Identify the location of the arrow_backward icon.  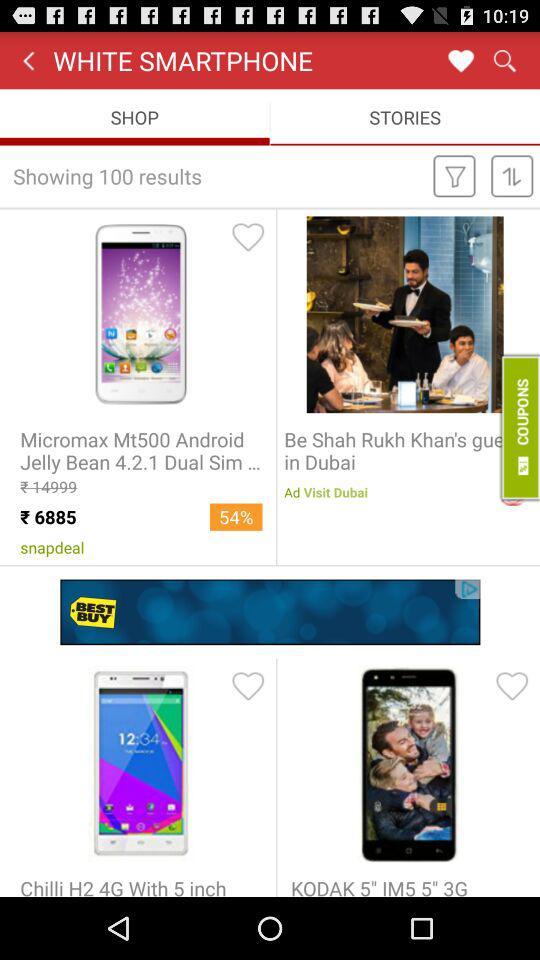
(27, 64).